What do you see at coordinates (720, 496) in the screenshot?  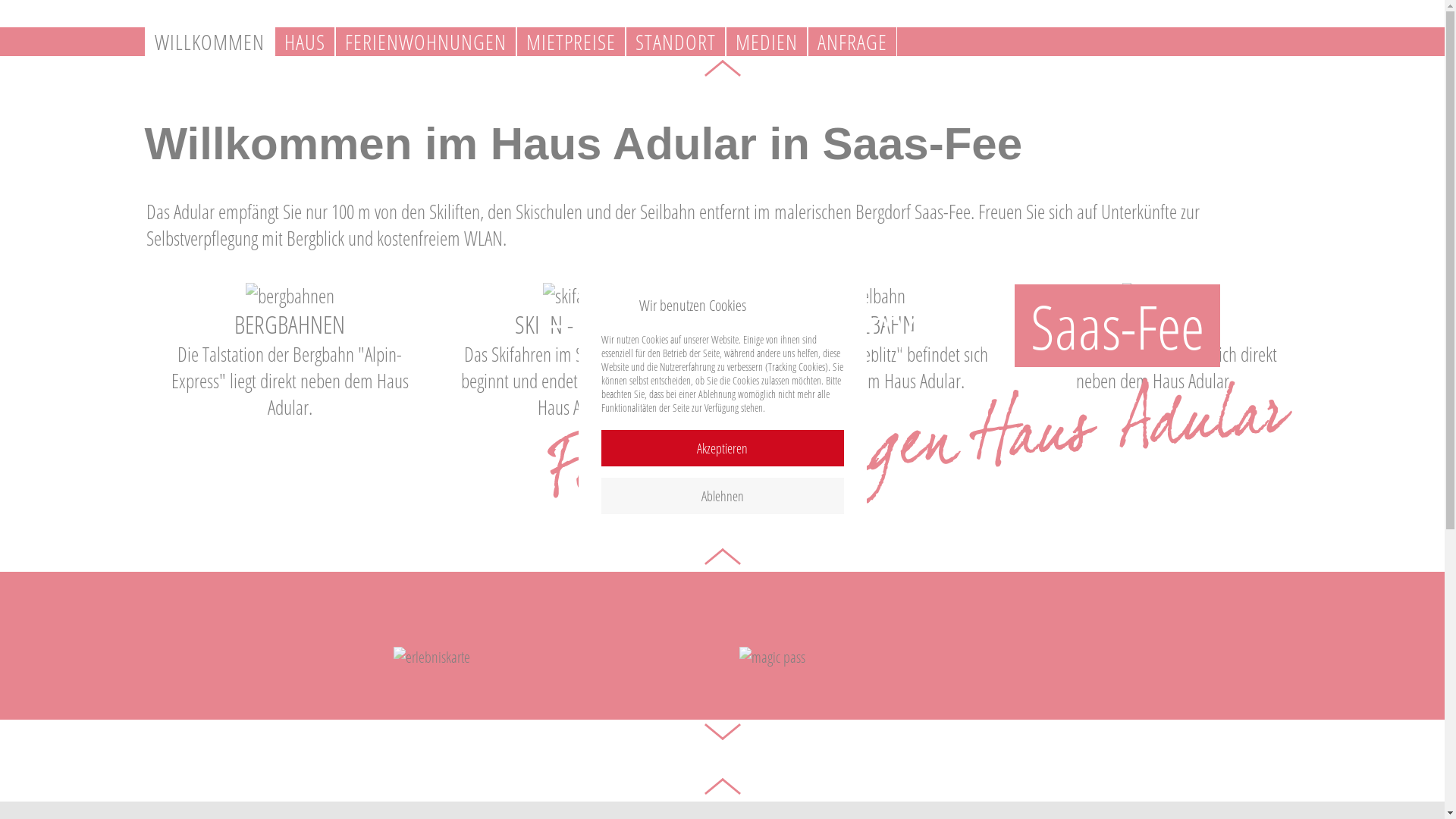 I see `'Ablehnen'` at bounding box center [720, 496].